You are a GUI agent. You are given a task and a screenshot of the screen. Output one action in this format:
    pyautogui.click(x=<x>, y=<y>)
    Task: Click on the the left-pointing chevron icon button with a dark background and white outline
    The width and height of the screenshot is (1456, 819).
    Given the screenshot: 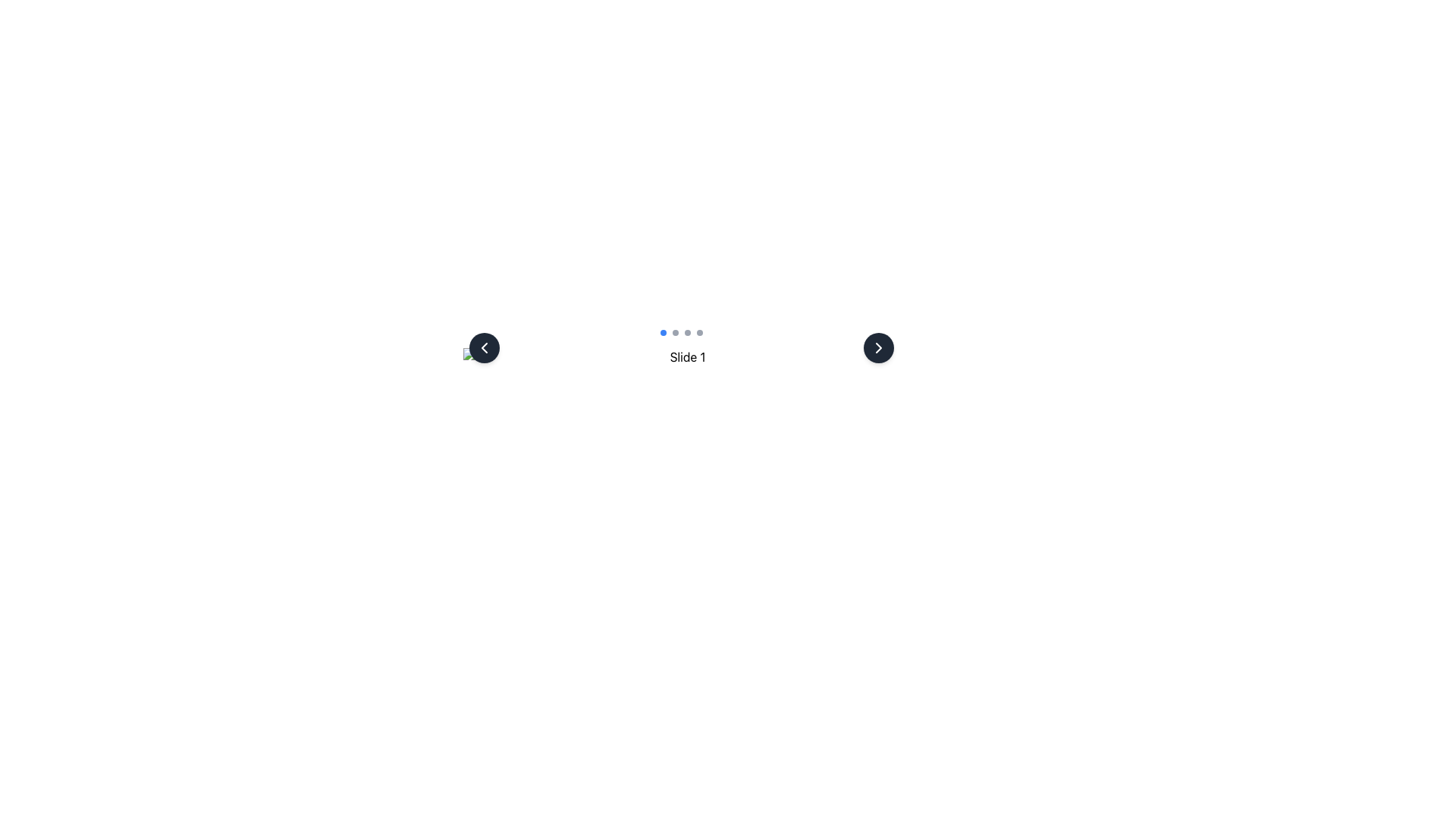 What is the action you would take?
    pyautogui.click(x=483, y=348)
    